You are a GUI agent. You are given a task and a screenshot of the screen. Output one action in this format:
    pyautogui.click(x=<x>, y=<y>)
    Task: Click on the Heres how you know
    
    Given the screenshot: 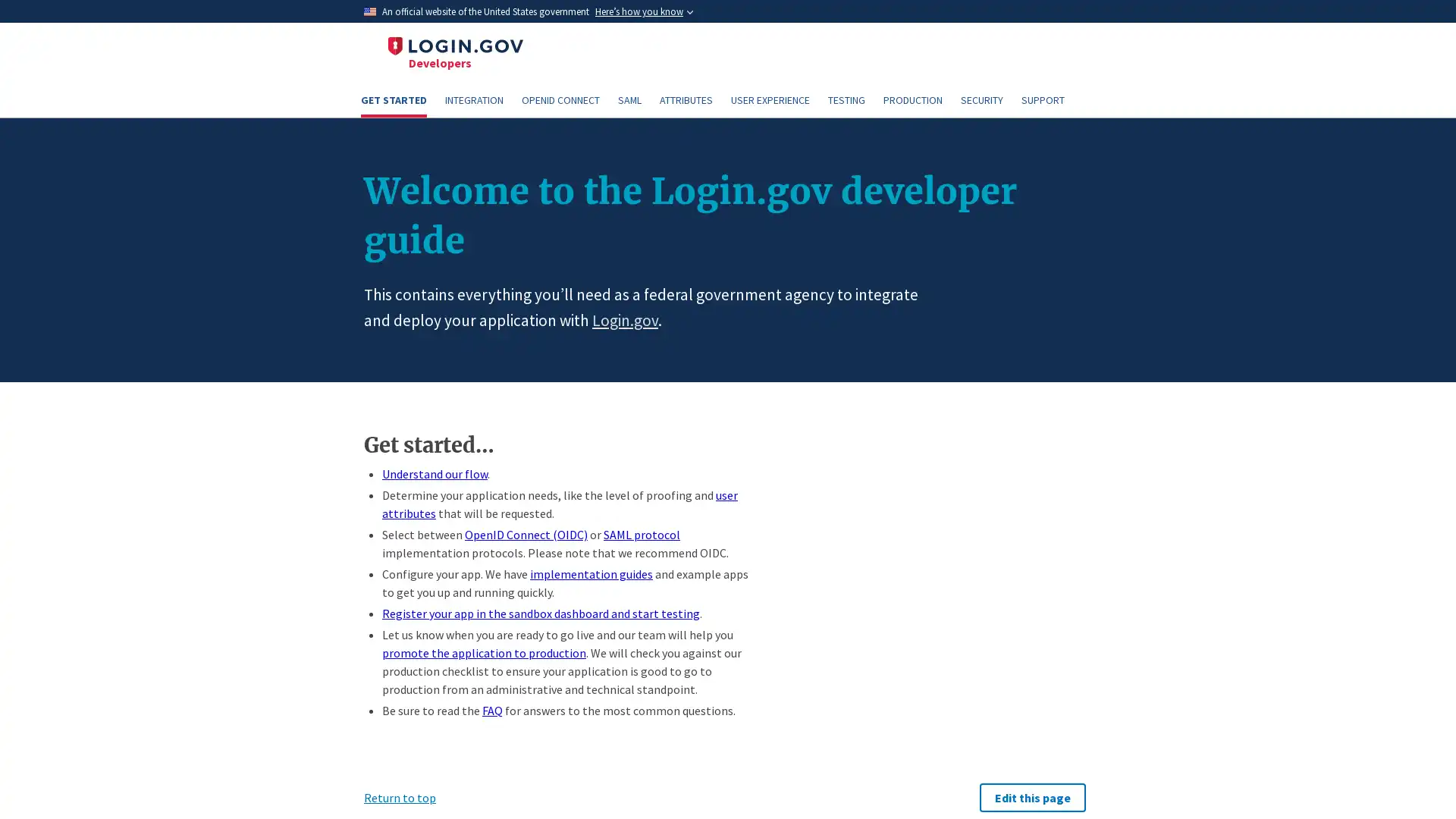 What is the action you would take?
    pyautogui.click(x=644, y=11)
    